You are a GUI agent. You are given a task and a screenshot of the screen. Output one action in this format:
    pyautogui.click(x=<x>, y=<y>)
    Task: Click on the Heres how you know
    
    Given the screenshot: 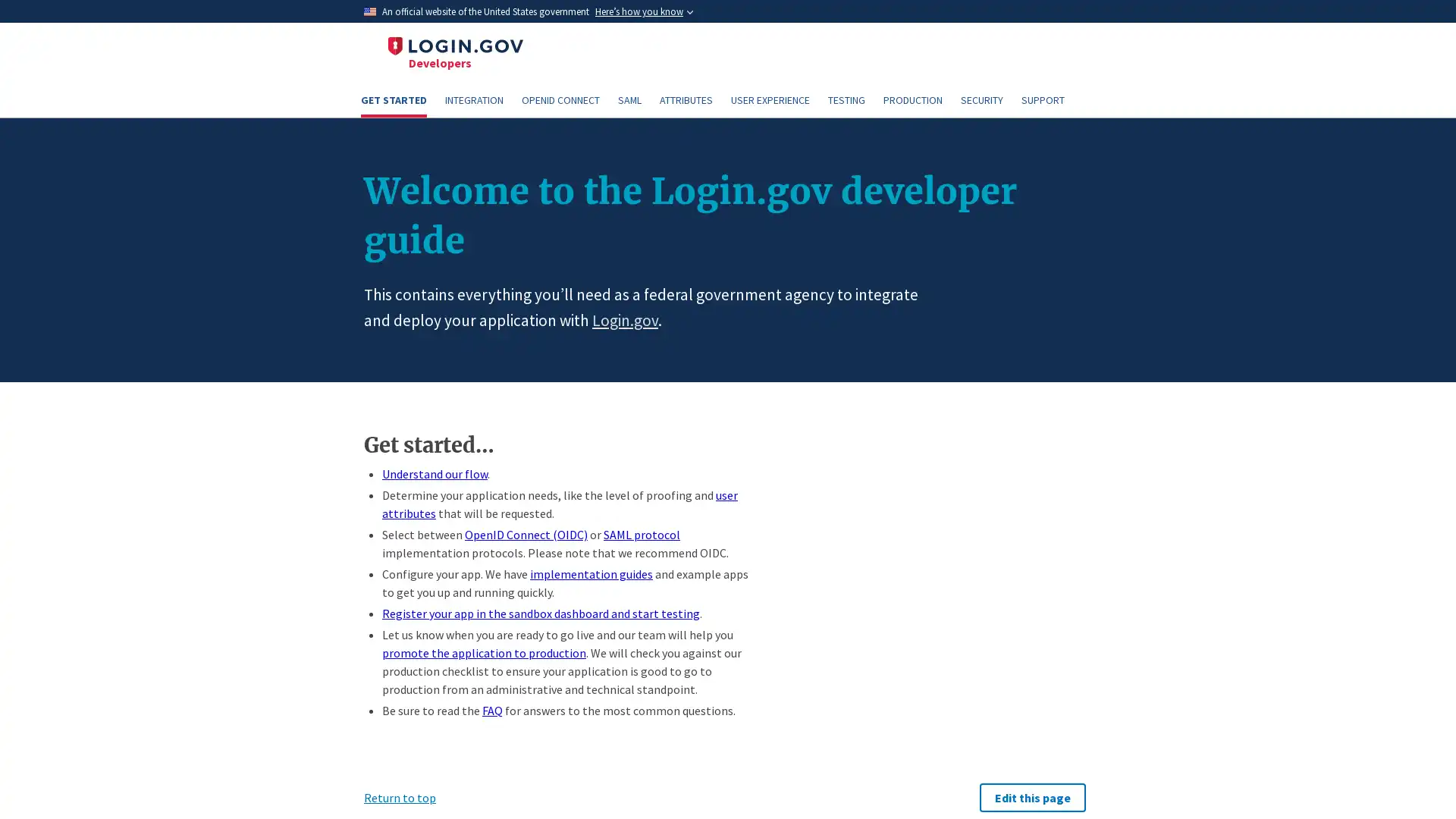 What is the action you would take?
    pyautogui.click(x=644, y=11)
    